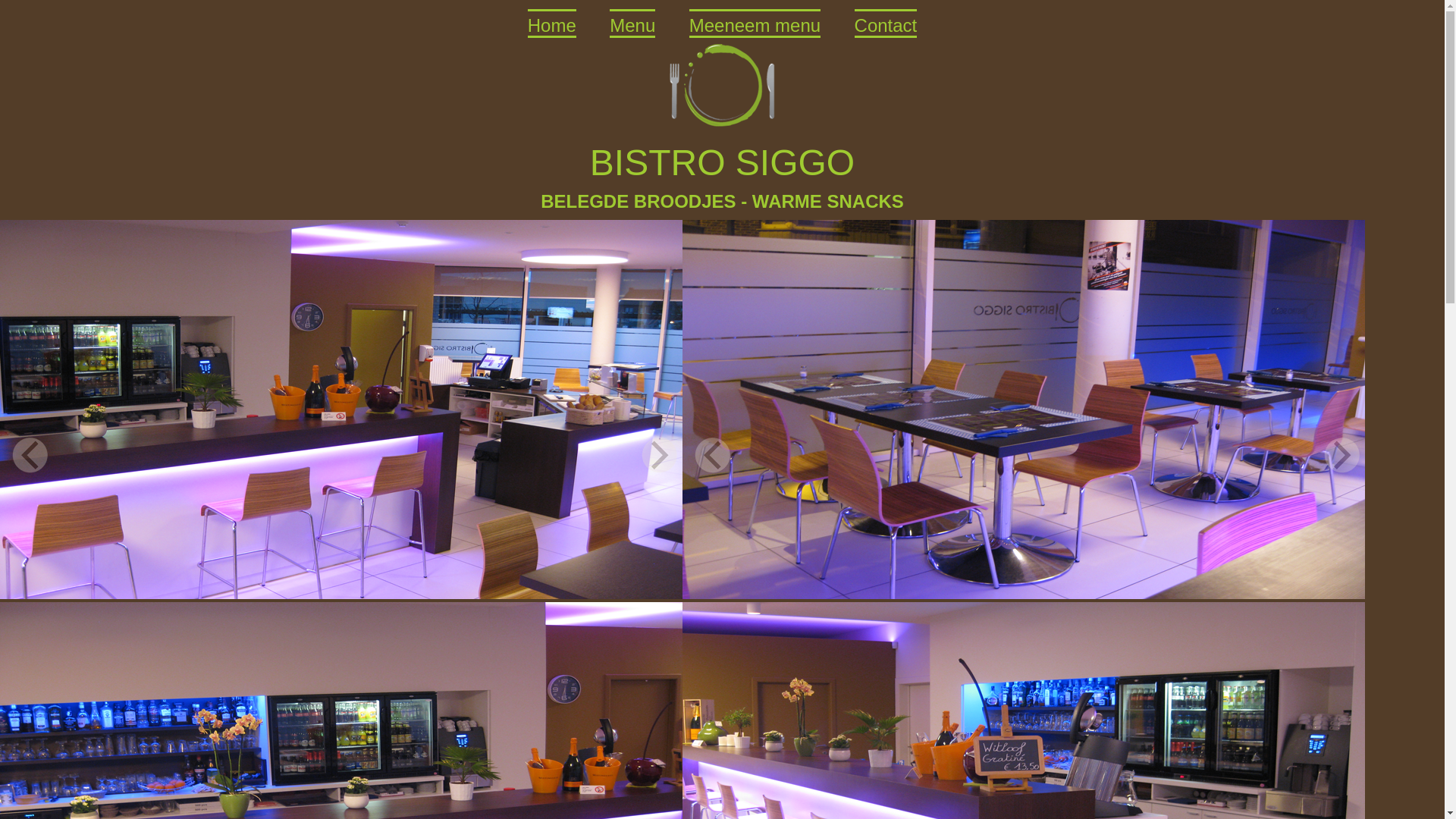 The height and width of the screenshot is (819, 1456). Describe the element at coordinates (551, 23) in the screenshot. I see `'Home'` at that location.